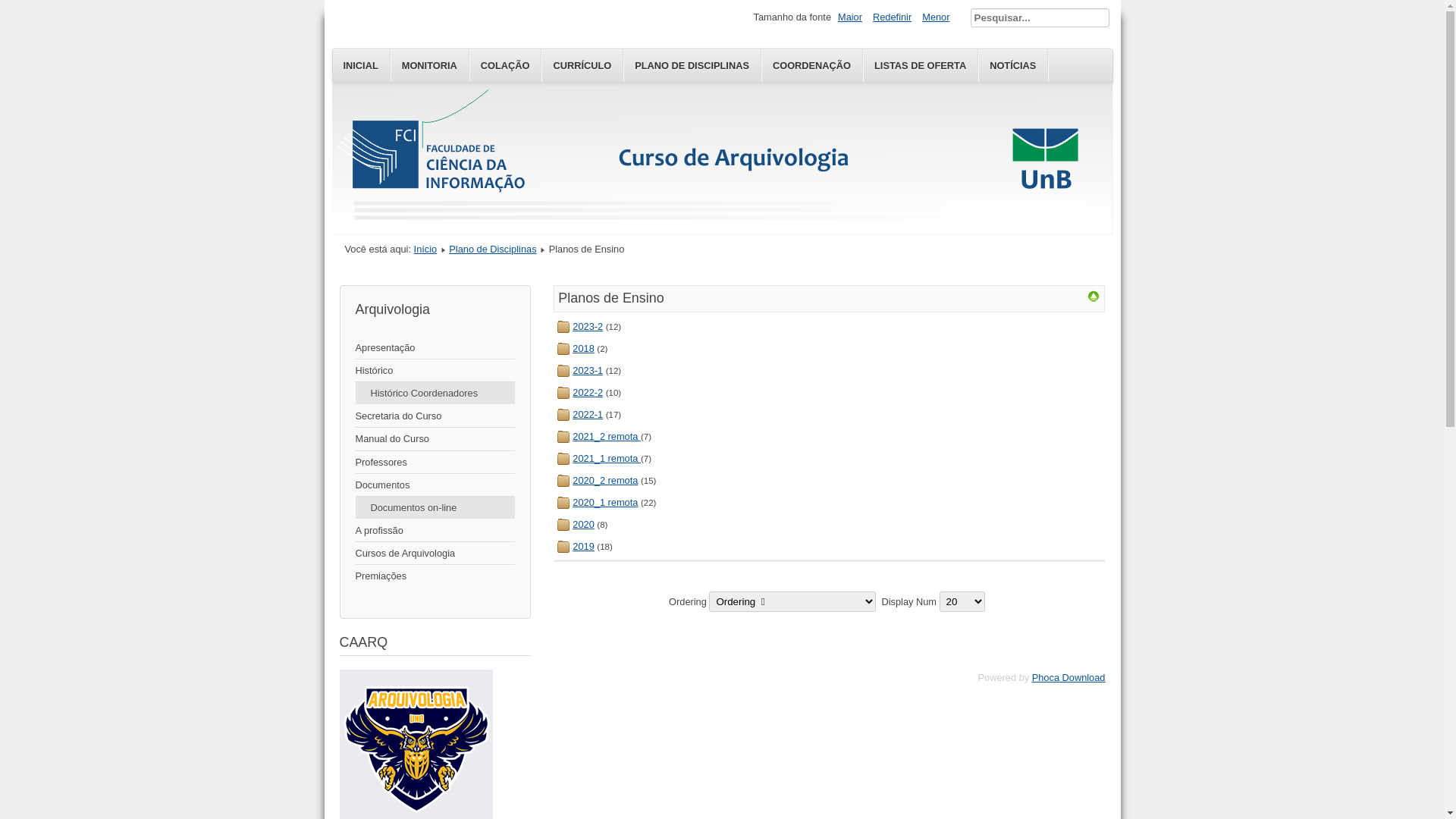 The height and width of the screenshot is (819, 1456). What do you see at coordinates (934, 17) in the screenshot?
I see `'Menor'` at bounding box center [934, 17].